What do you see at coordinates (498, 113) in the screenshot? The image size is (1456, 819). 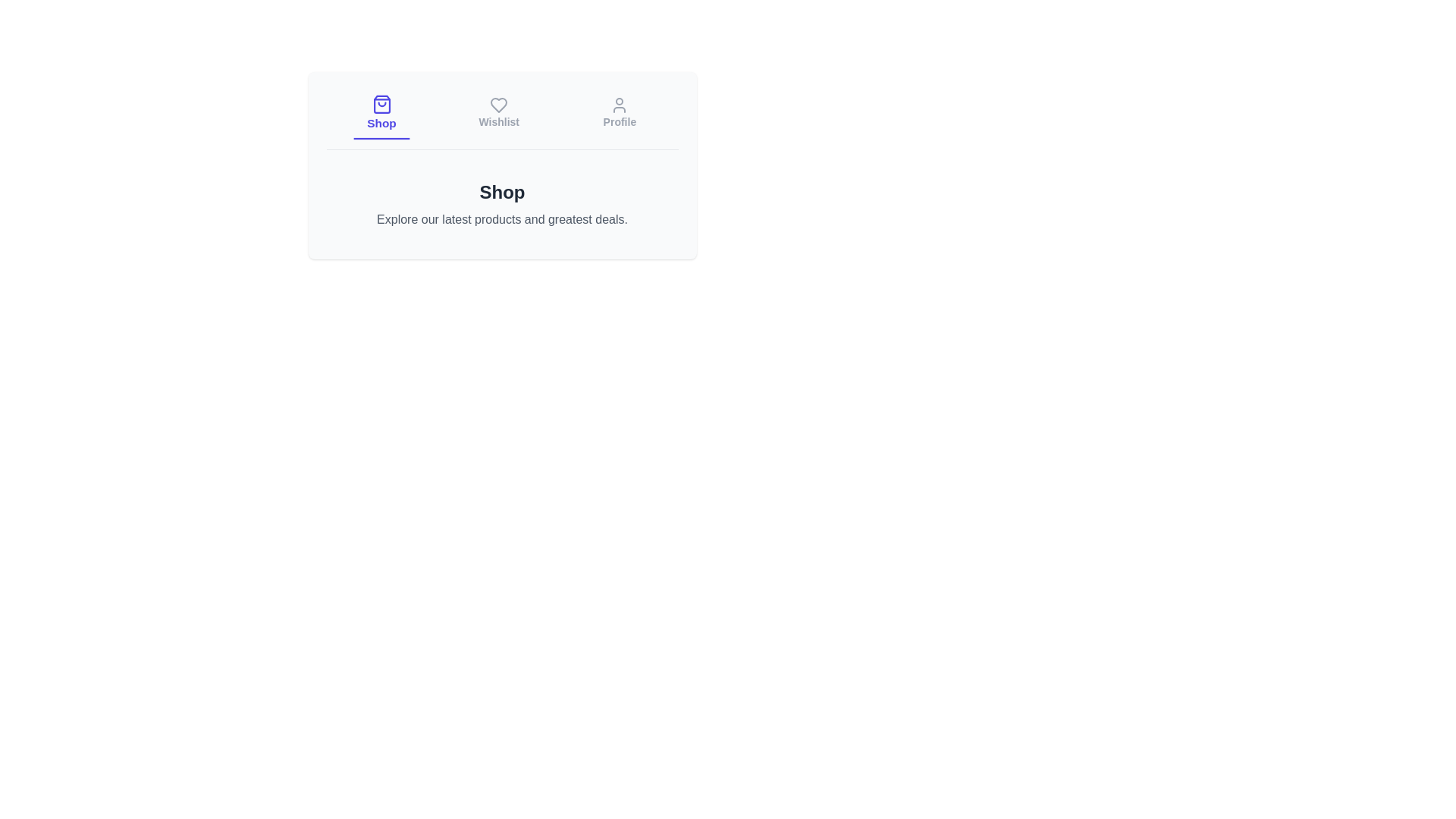 I see `the Wishlist tab` at bounding box center [498, 113].